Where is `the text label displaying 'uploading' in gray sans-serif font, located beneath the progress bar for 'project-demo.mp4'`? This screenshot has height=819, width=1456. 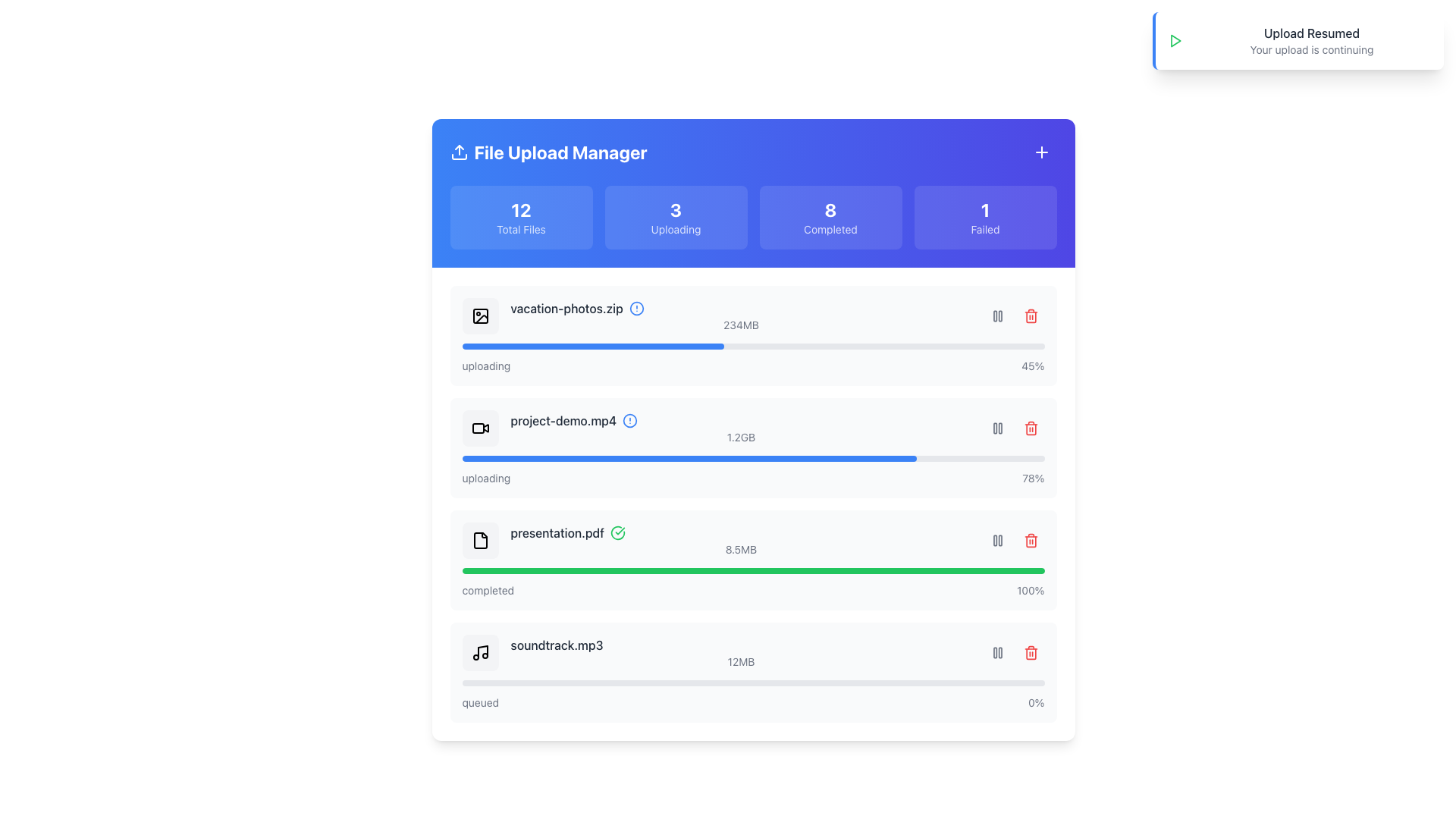
the text label displaying 'uploading' in gray sans-serif font, located beneath the progress bar for 'project-demo.mp4' is located at coordinates (486, 479).